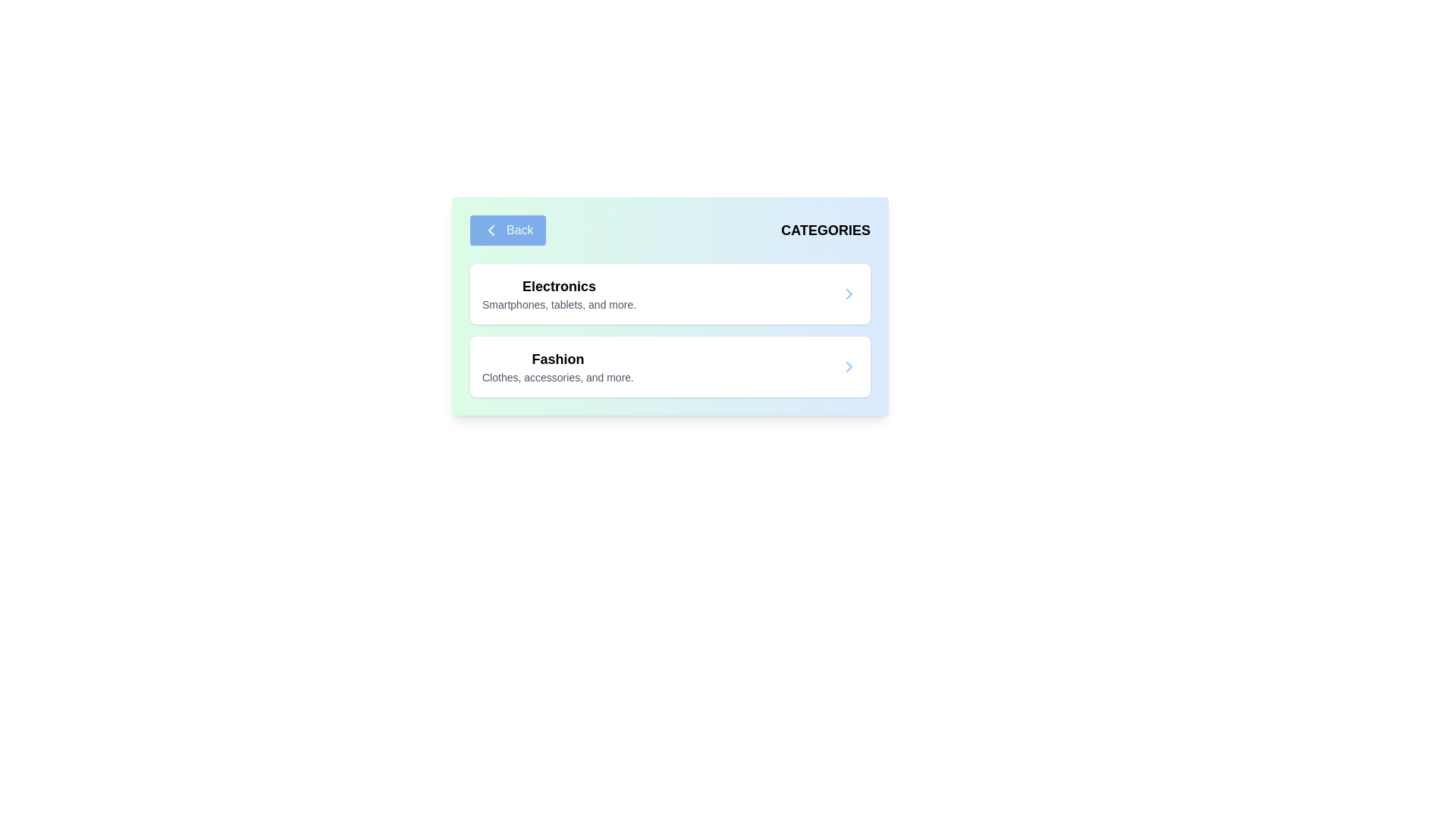 The width and height of the screenshot is (1456, 819). Describe the element at coordinates (669, 366) in the screenshot. I see `the second card item in the vertical list of categories labeled 'Fashion'` at that location.